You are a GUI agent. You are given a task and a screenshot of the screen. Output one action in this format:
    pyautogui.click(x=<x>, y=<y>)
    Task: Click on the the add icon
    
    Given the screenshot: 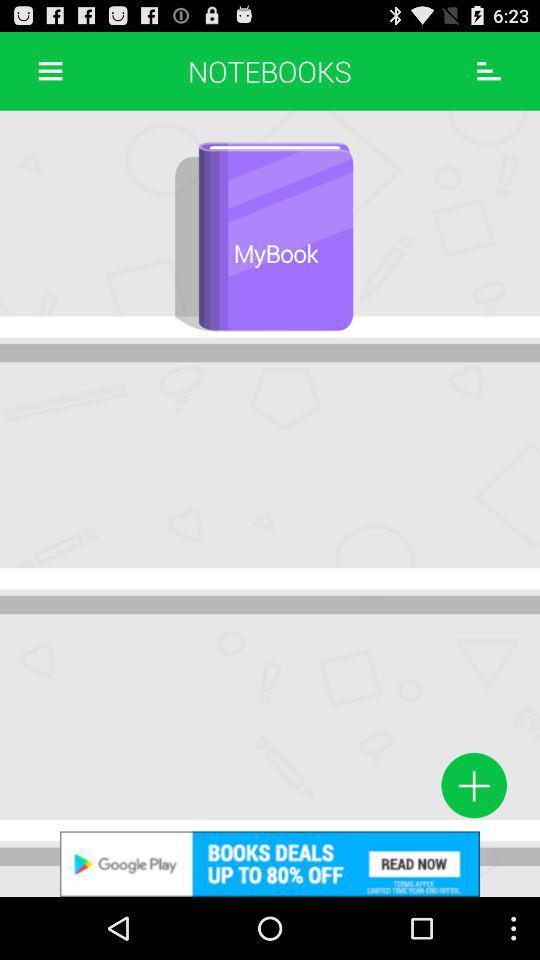 What is the action you would take?
    pyautogui.click(x=473, y=840)
    